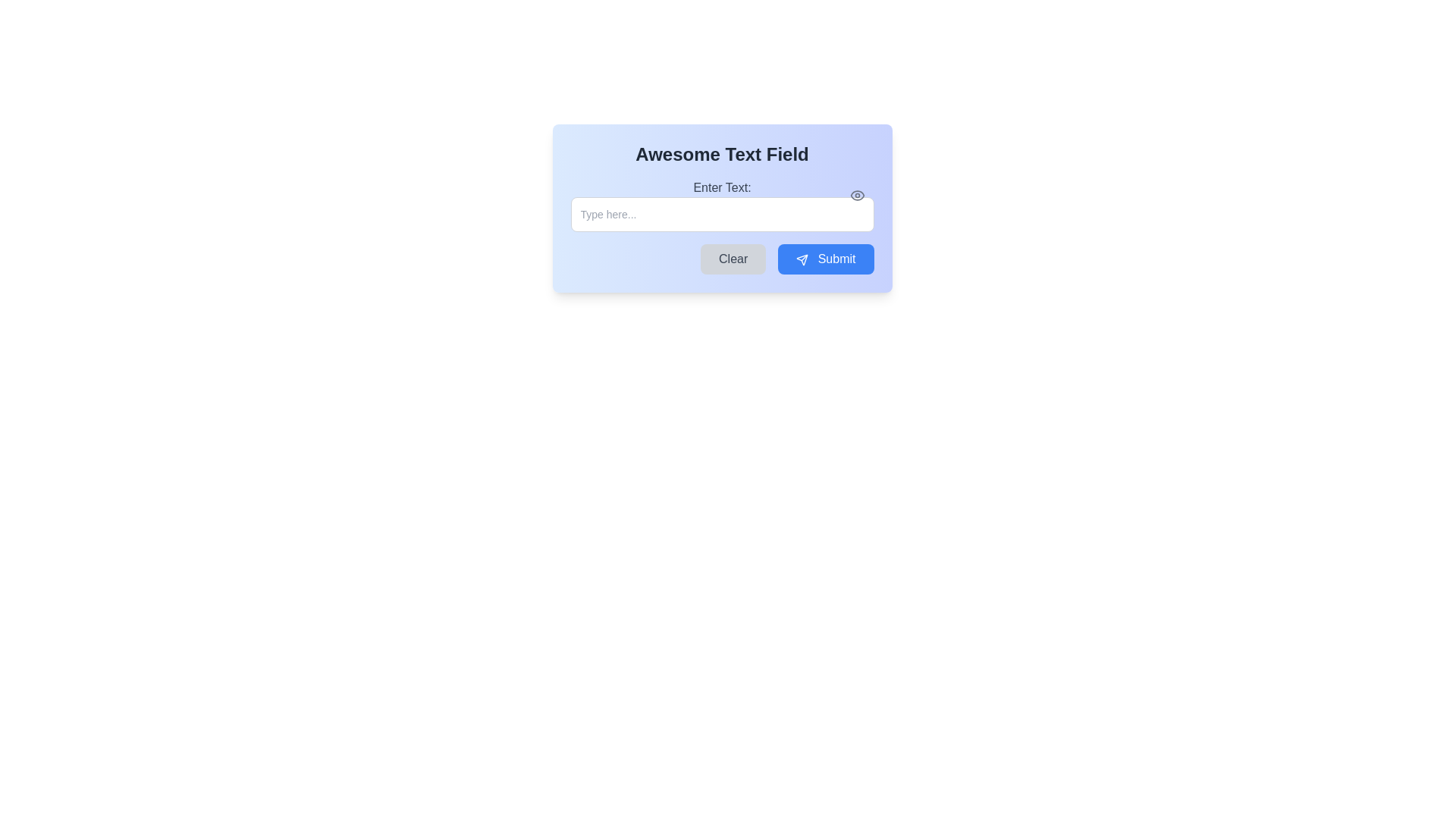 This screenshot has height=819, width=1456. What do you see at coordinates (721, 155) in the screenshot?
I see `the Text Header that serves as a title for the interface component, positioned above the 'Enter Text:' label and input field` at bounding box center [721, 155].